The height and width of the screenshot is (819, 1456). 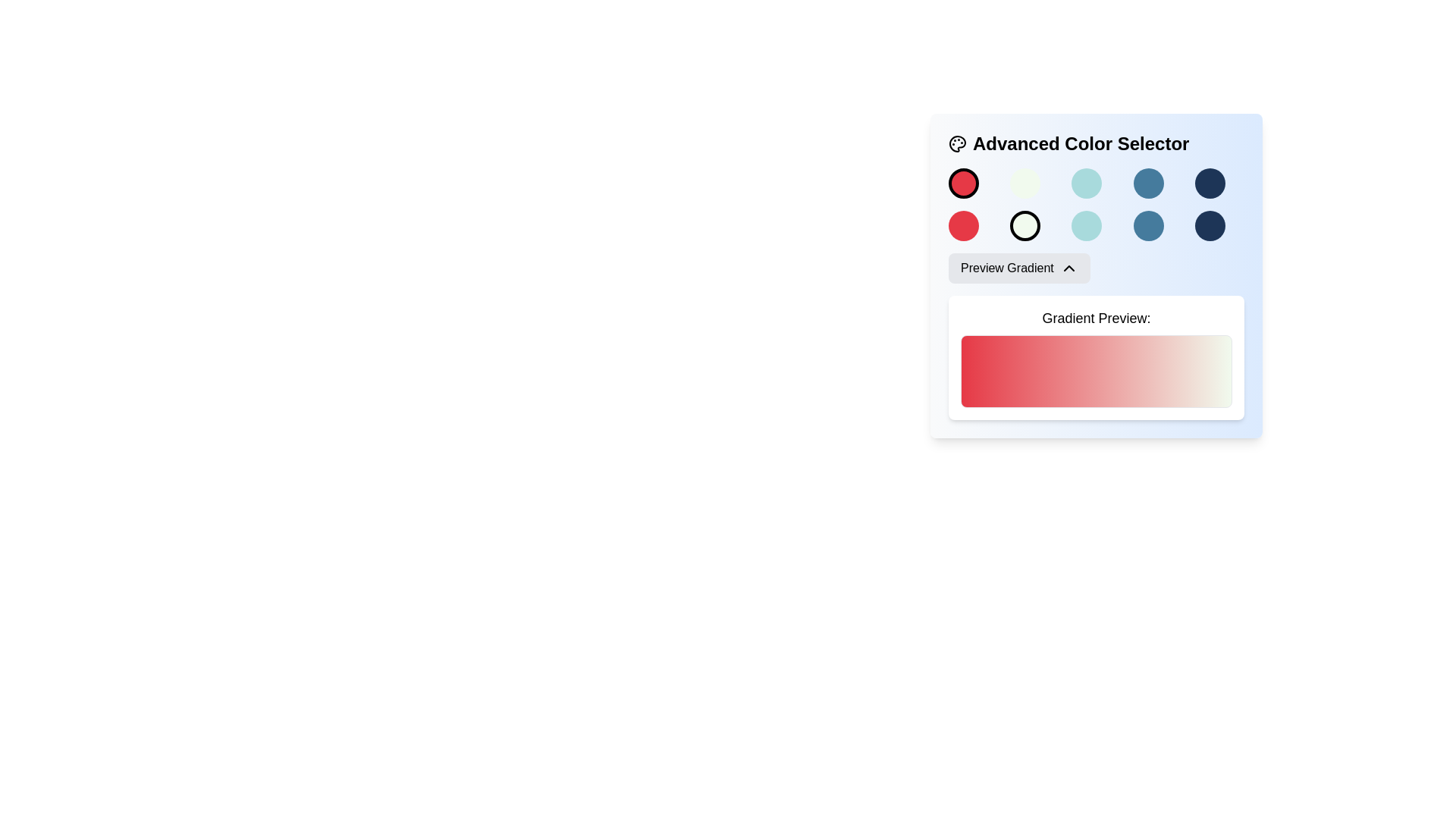 What do you see at coordinates (963, 225) in the screenshot?
I see `the circular color selection button with a red background located at the top of the Advanced Color Selector panel` at bounding box center [963, 225].